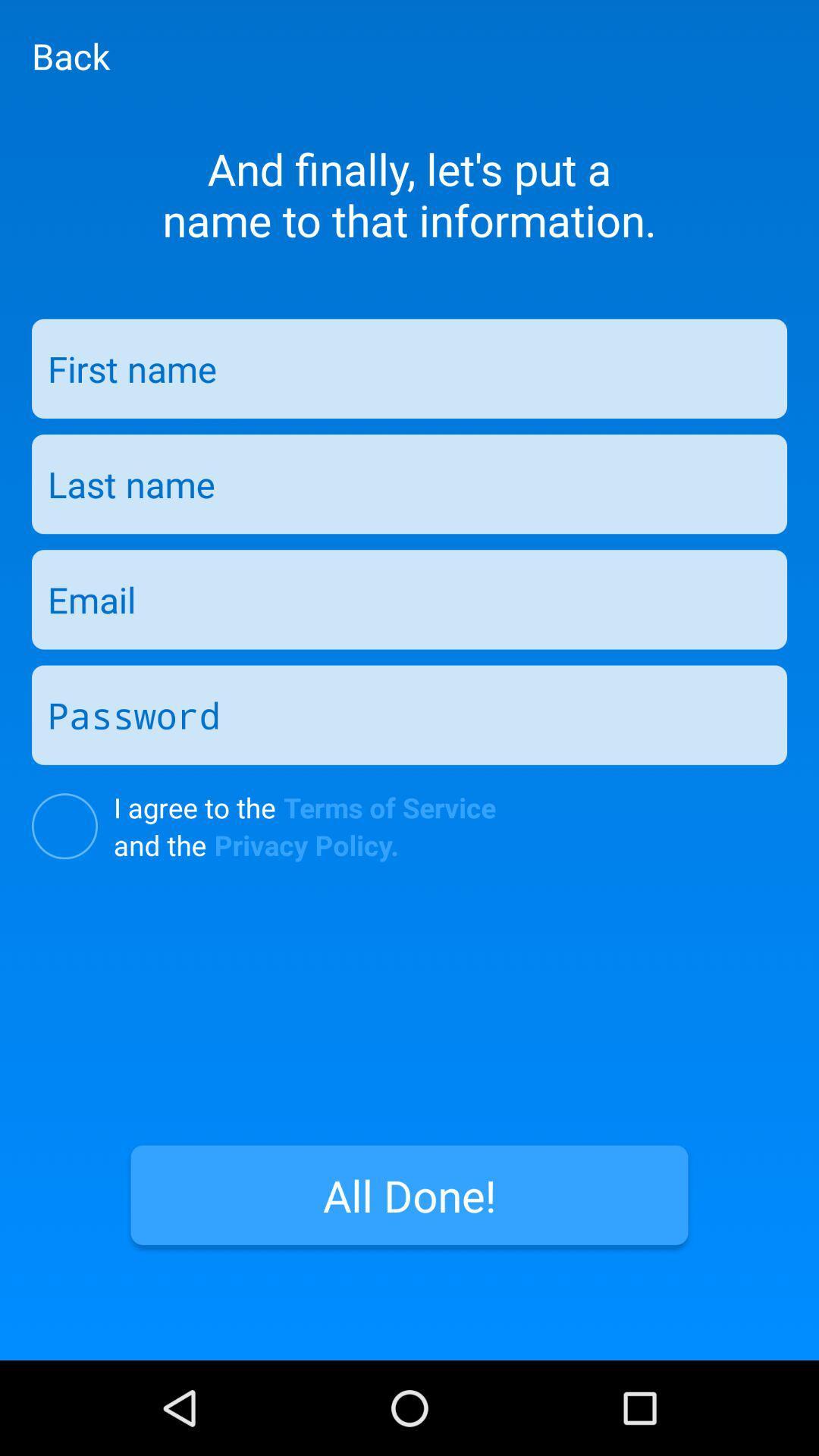 The image size is (819, 1456). What do you see at coordinates (409, 598) in the screenshot?
I see `your email` at bounding box center [409, 598].